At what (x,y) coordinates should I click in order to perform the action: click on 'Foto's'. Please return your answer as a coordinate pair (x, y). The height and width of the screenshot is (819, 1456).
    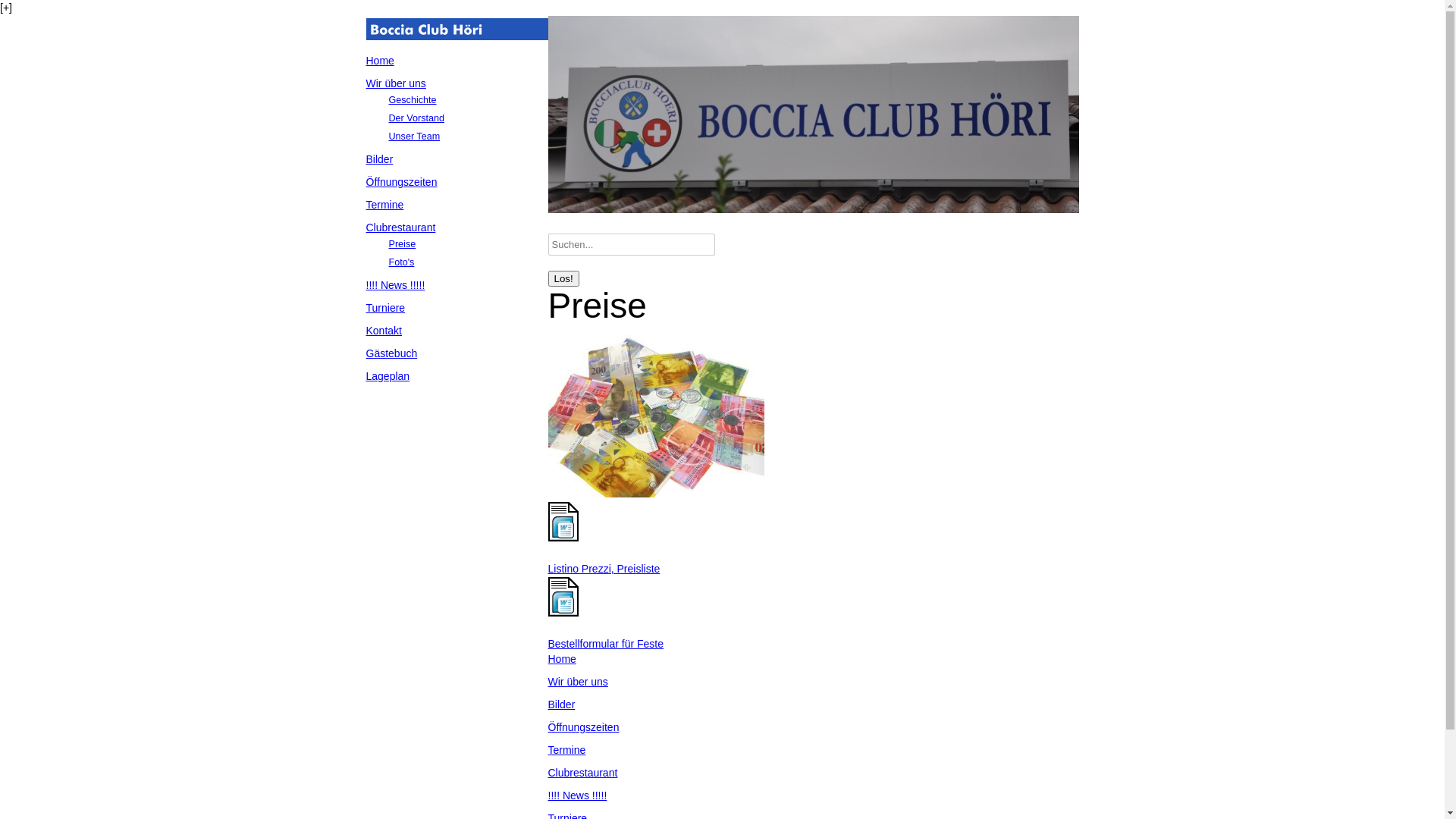
    Looking at the image, I should click on (400, 262).